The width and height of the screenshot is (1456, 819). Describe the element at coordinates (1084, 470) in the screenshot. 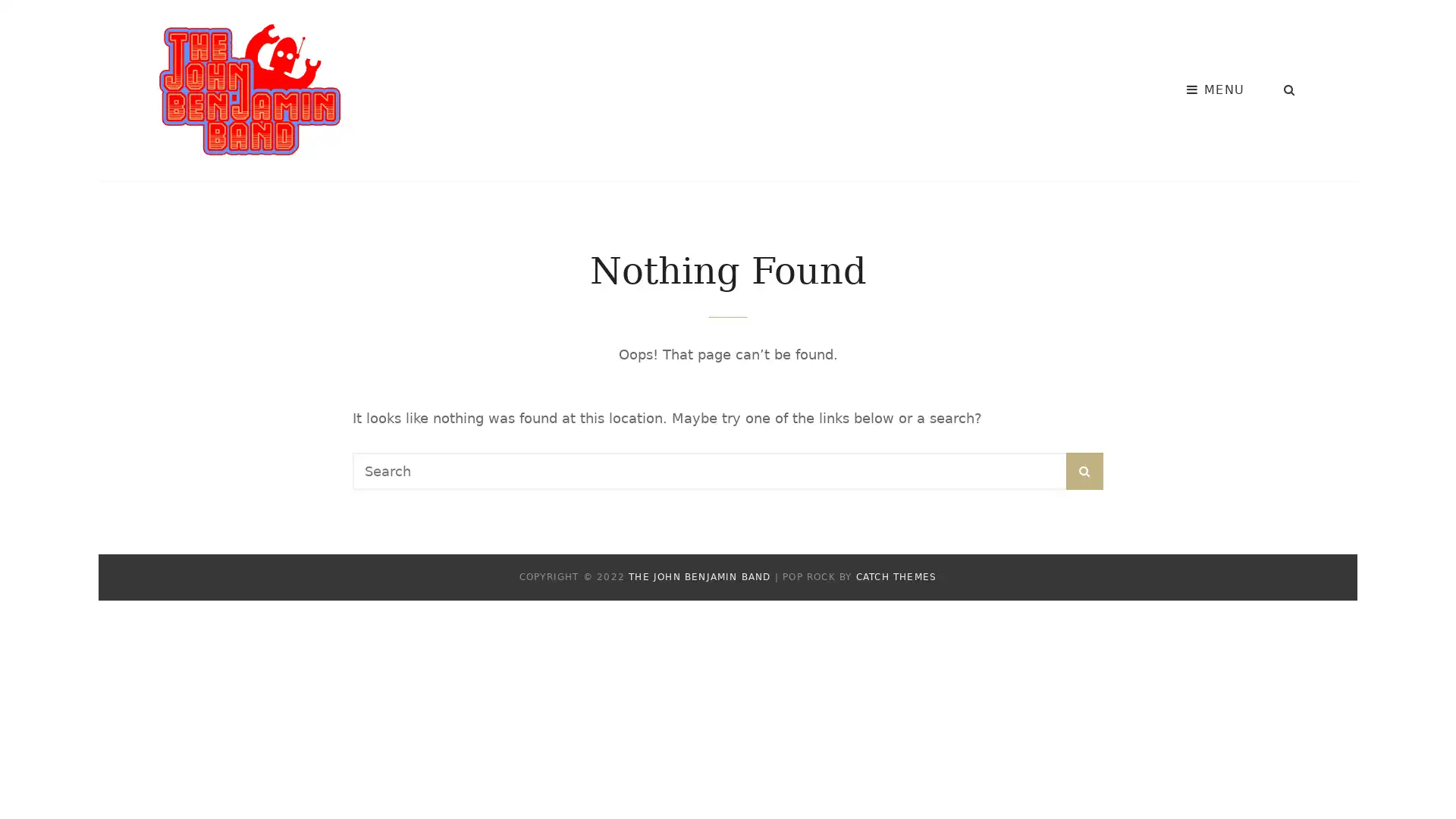

I see `SEARCH` at that location.